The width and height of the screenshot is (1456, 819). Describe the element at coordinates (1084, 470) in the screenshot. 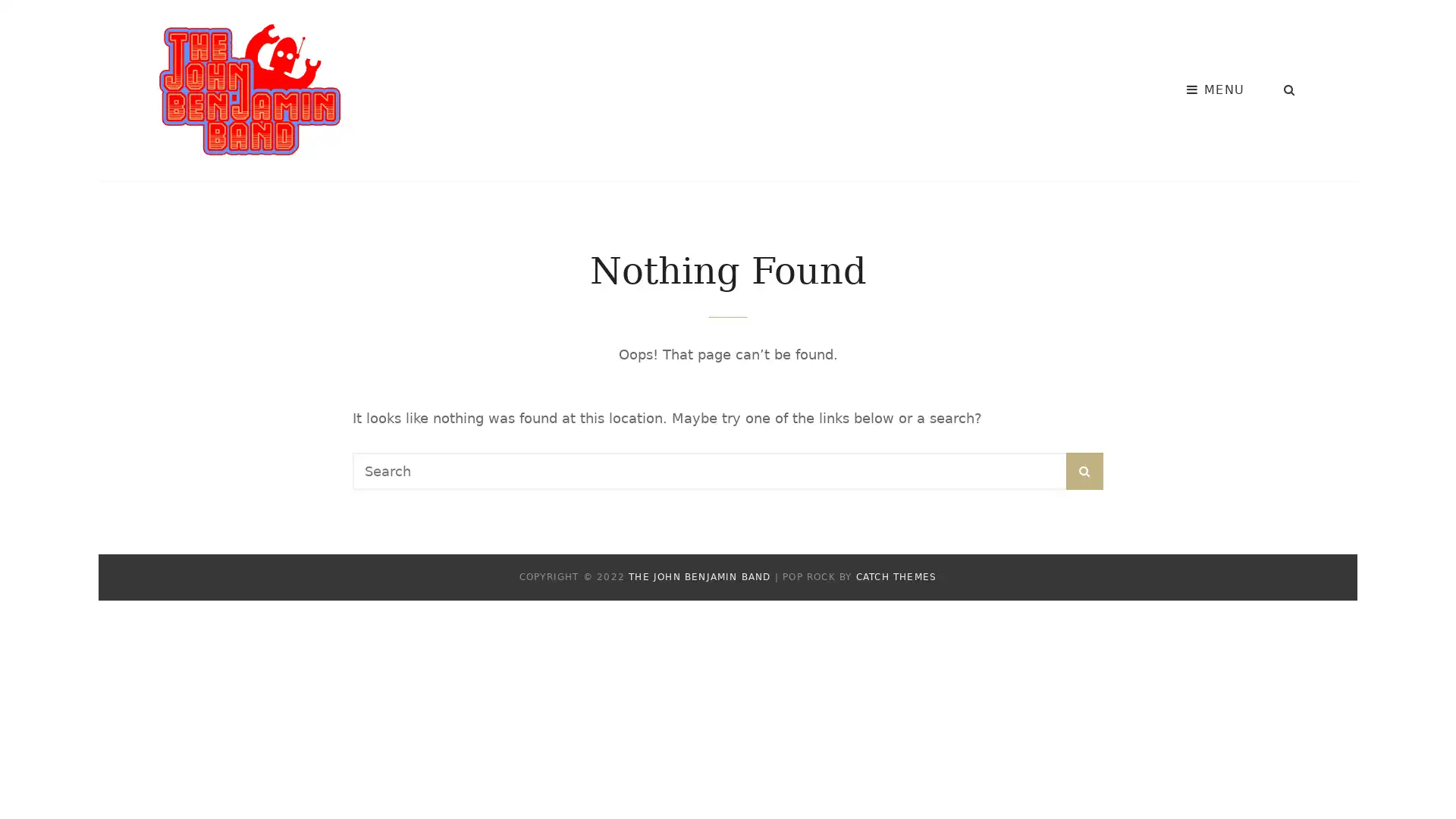

I see `SEARCH` at that location.